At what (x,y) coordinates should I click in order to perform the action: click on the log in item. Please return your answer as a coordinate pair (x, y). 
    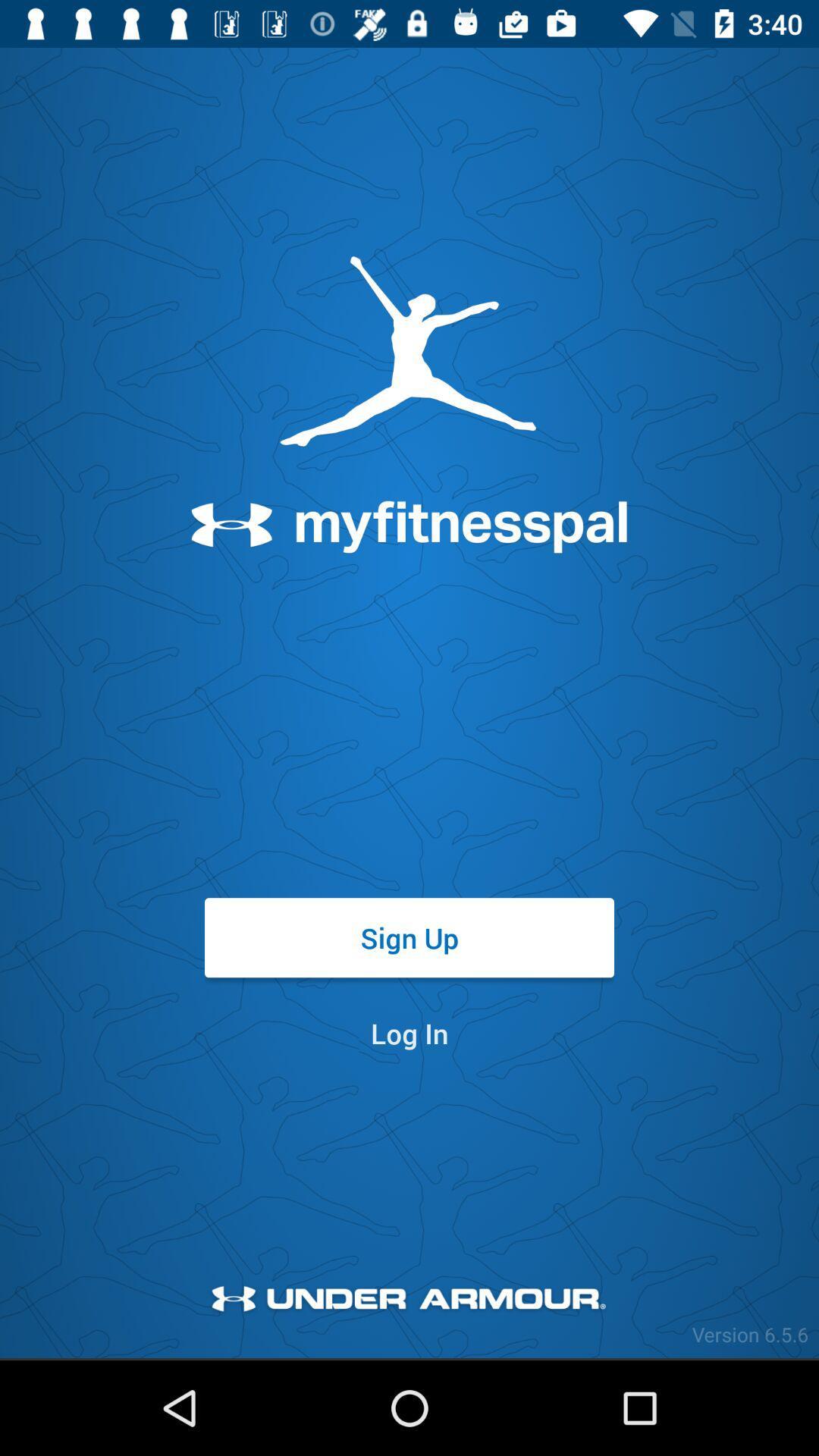
    Looking at the image, I should click on (409, 1032).